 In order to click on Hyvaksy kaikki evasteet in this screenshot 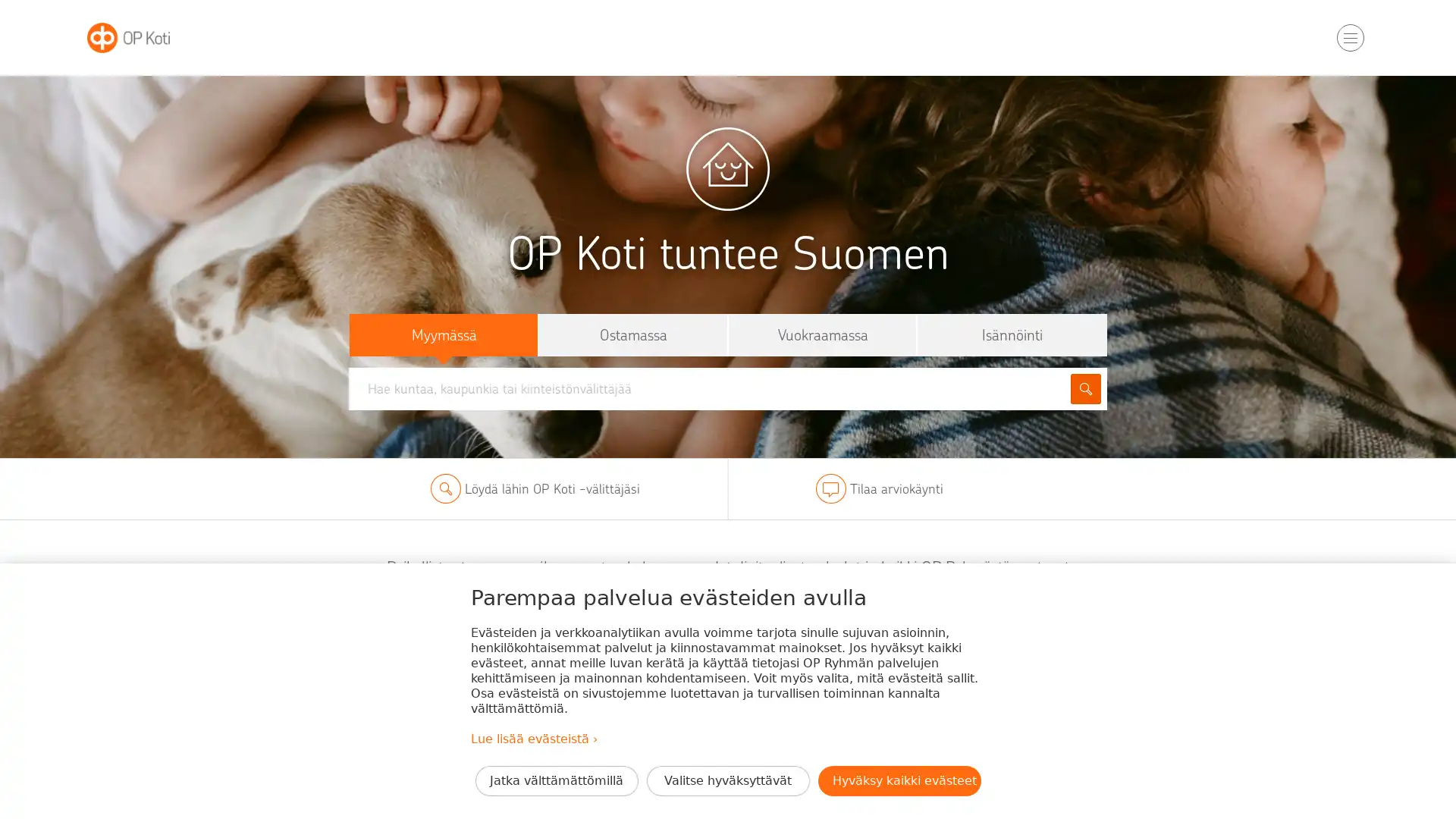, I will do `click(899, 780)`.